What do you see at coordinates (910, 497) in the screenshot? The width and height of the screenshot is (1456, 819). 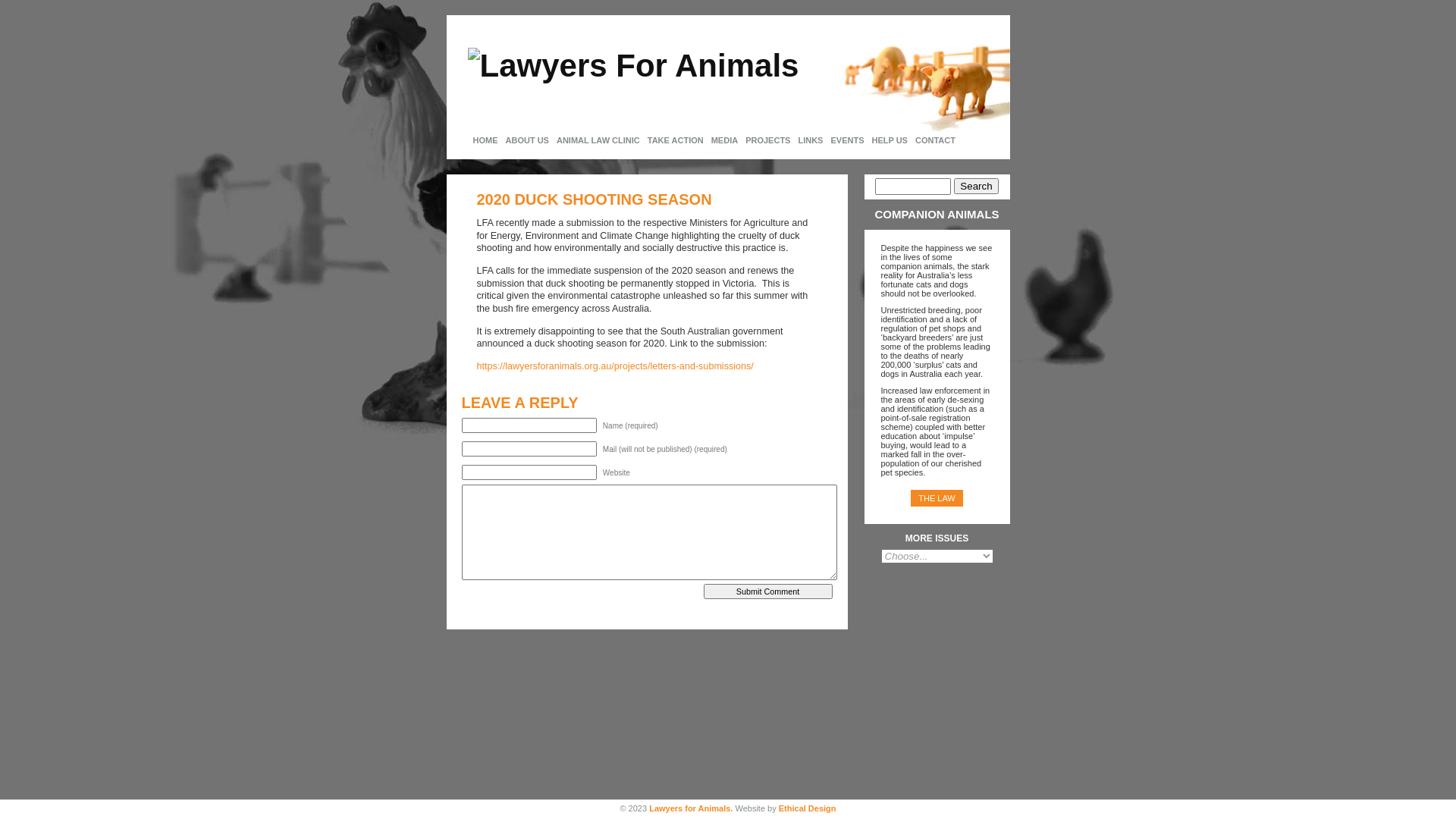 I see `'THE LAW'` at bounding box center [910, 497].